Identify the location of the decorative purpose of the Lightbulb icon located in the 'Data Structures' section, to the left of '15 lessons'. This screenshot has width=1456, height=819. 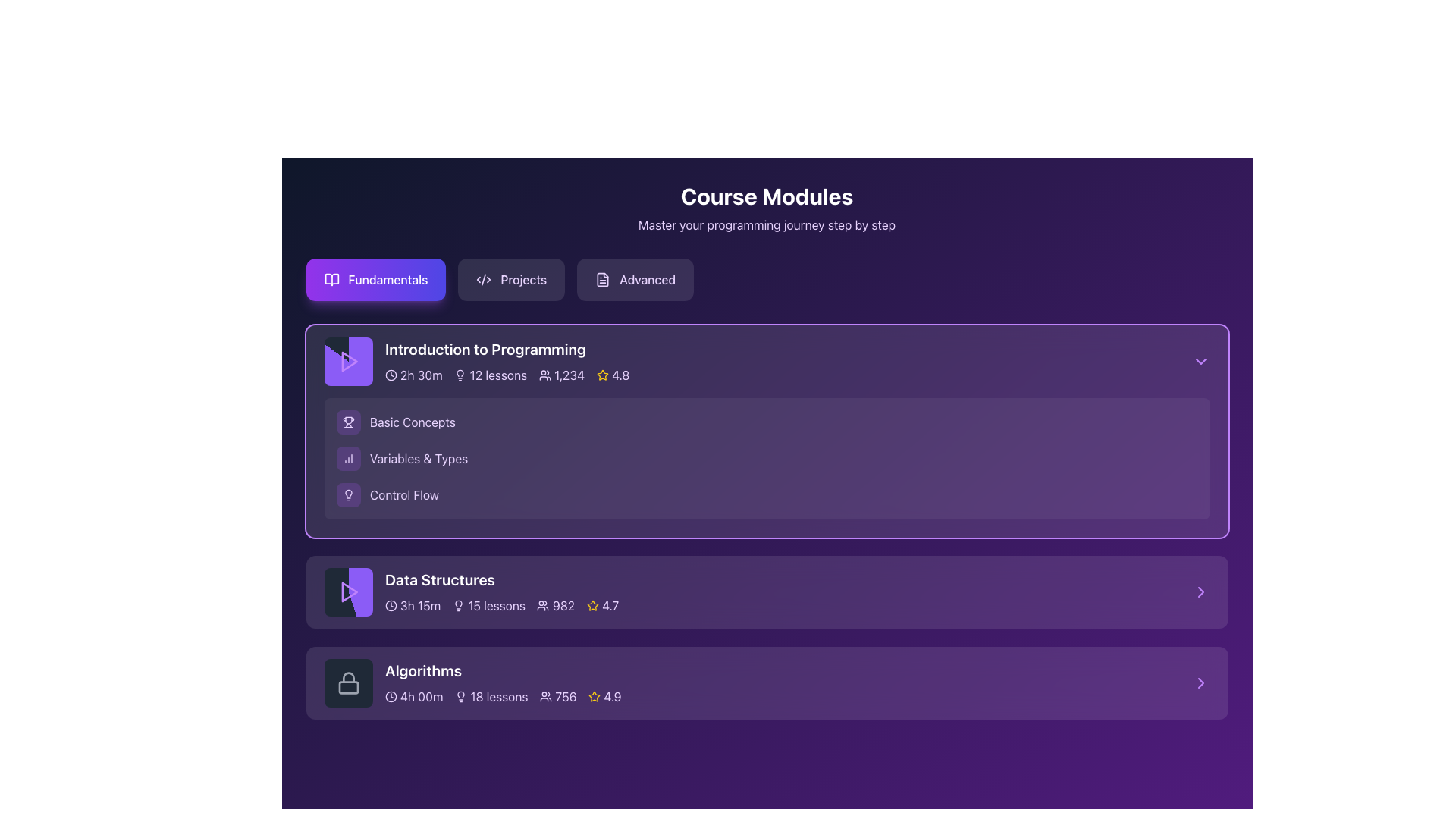
(457, 604).